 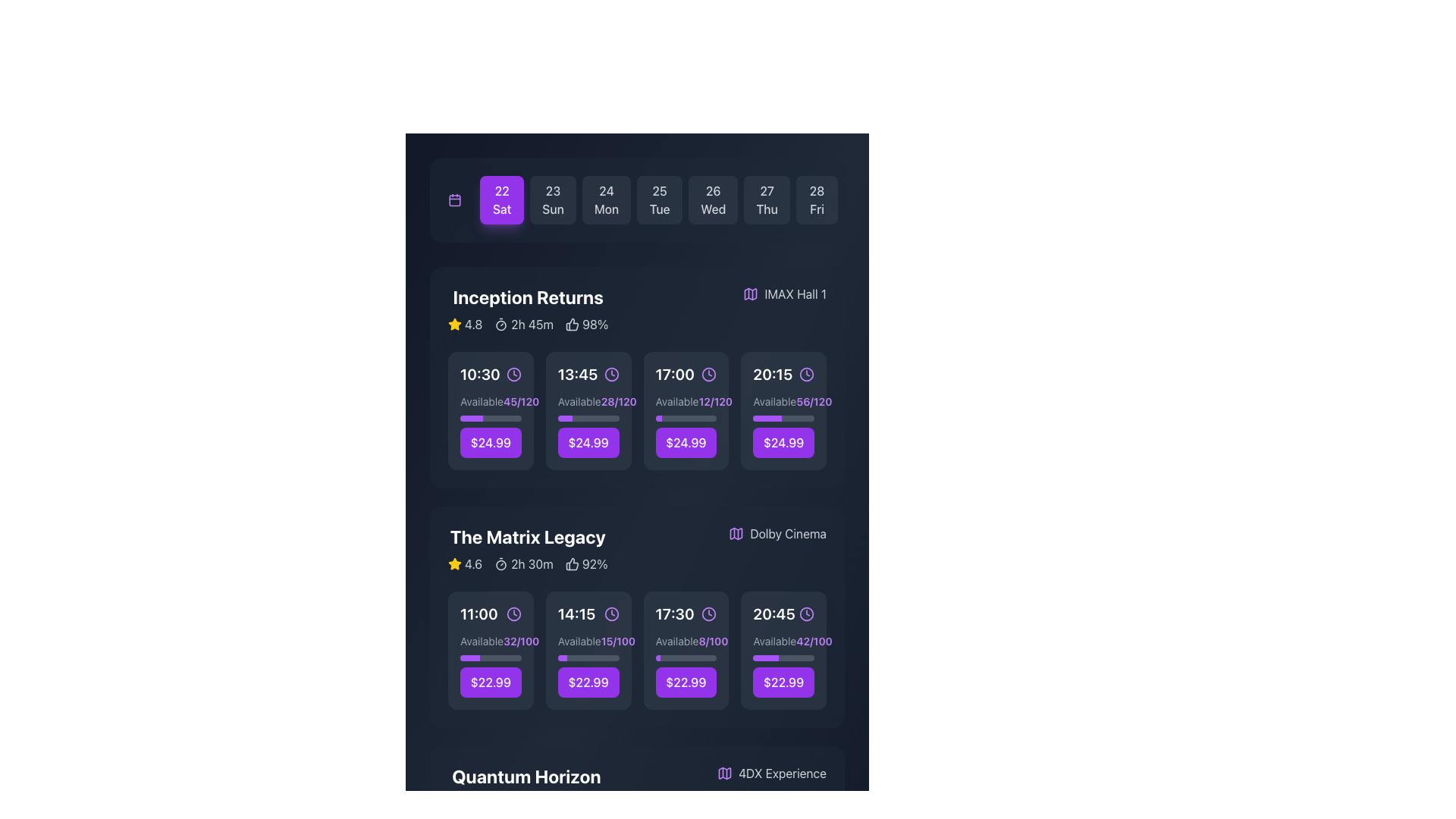 I want to click on the vibrant purple button displaying '$24.99', so click(x=685, y=442).